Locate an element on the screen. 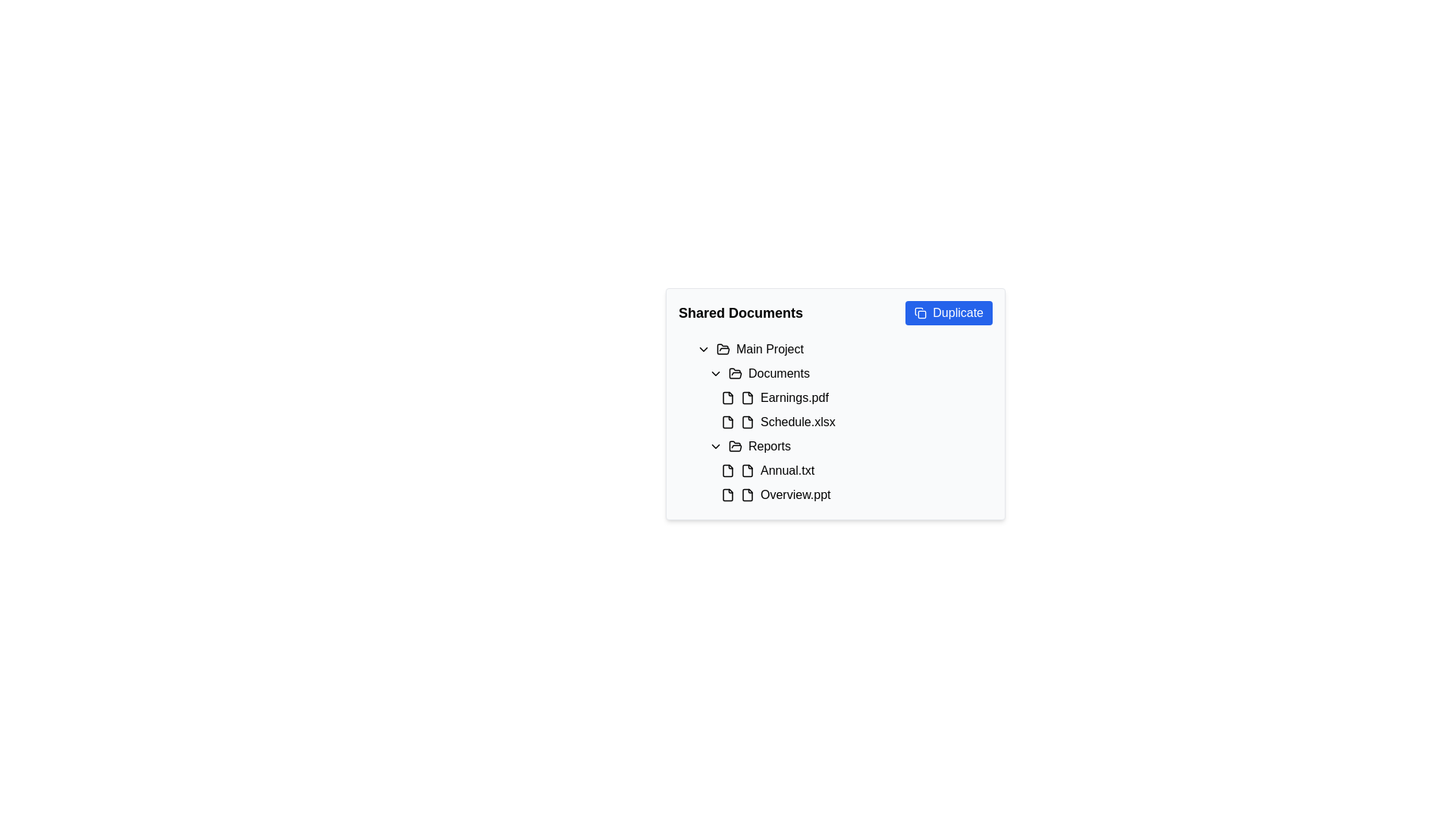 This screenshot has height=819, width=1456. the 'Documents' text label is located at coordinates (779, 374).